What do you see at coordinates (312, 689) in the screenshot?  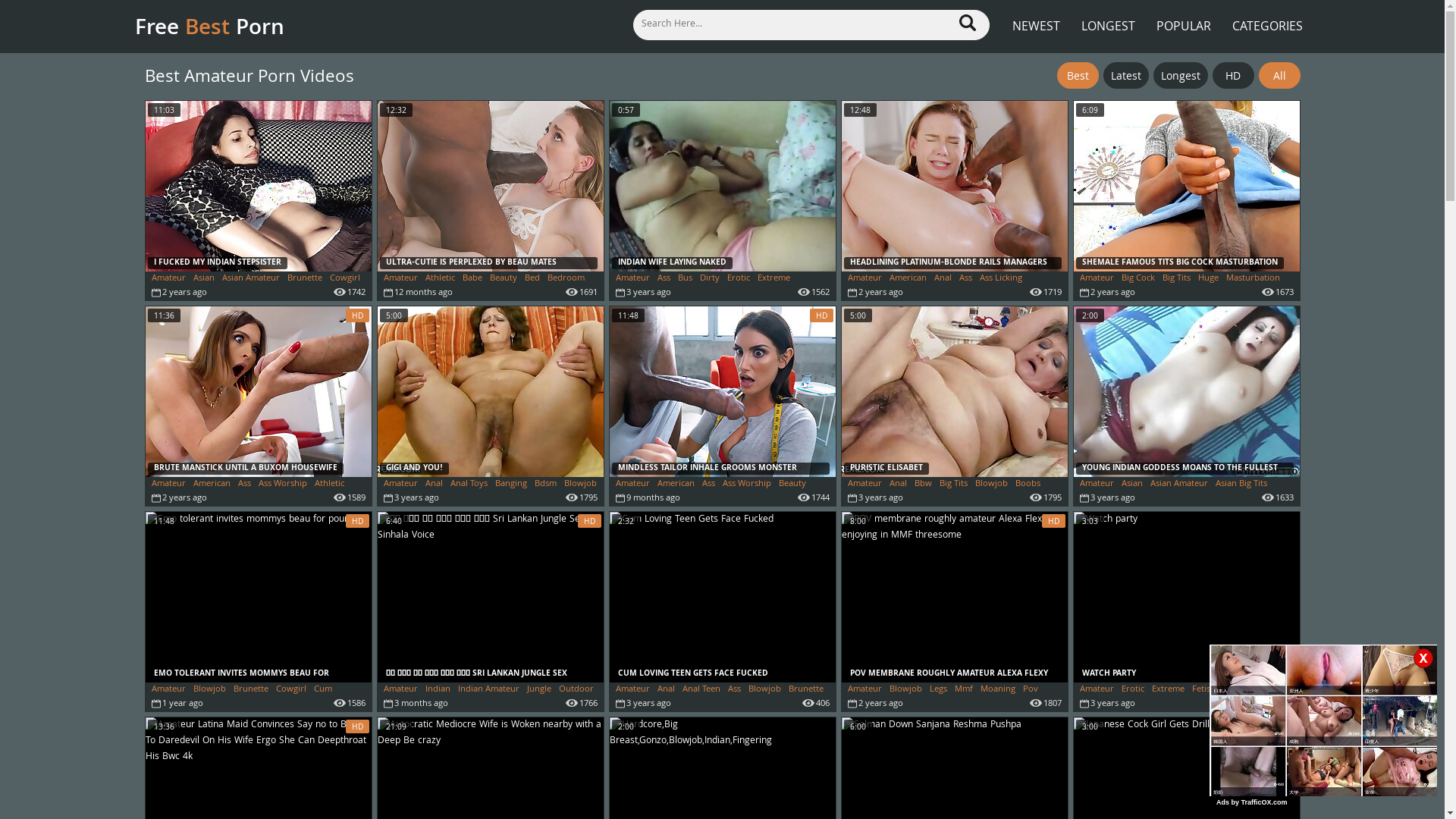 I see `'Cum'` at bounding box center [312, 689].